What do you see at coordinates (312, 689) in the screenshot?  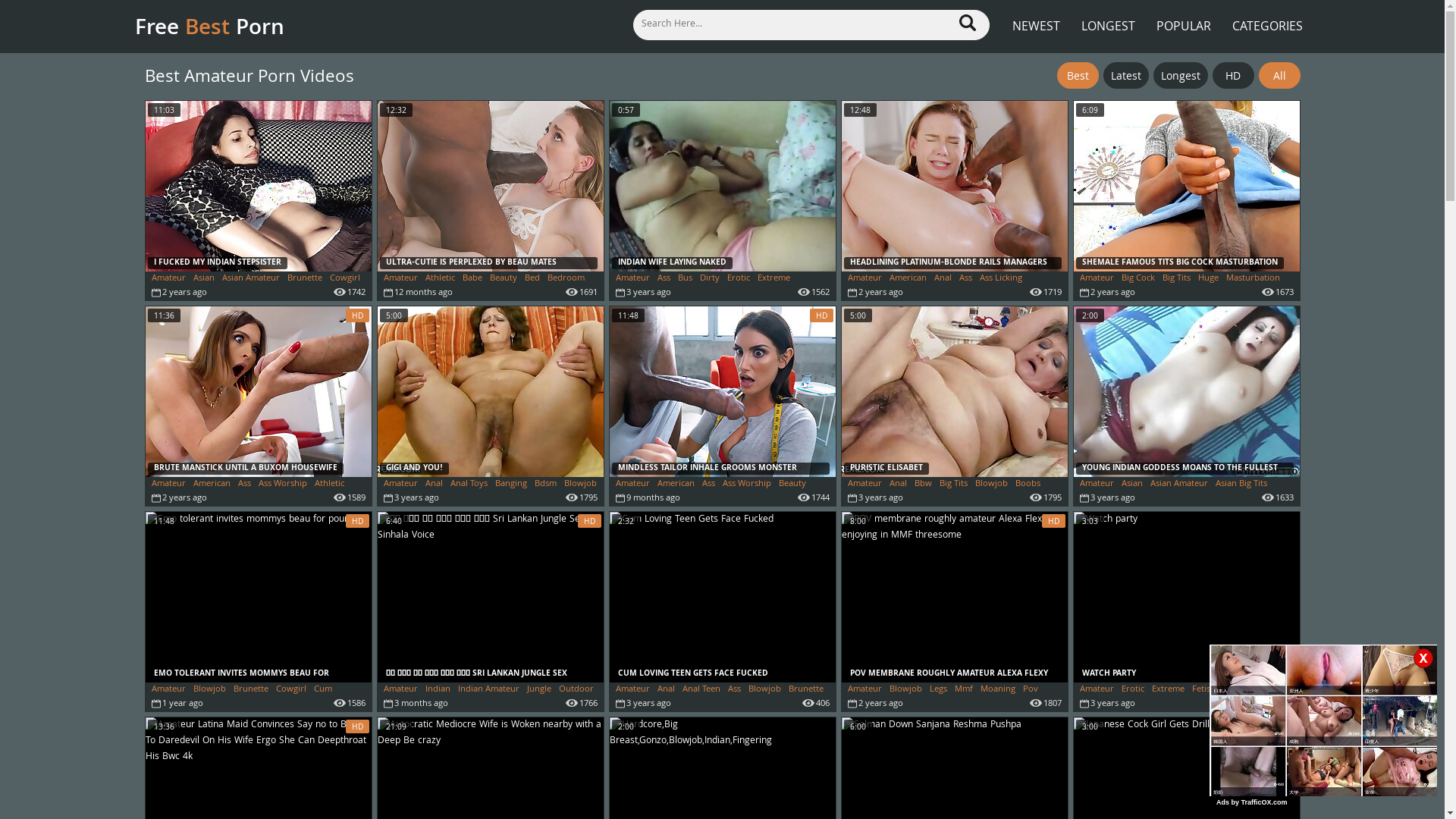 I see `'Cum'` at bounding box center [312, 689].